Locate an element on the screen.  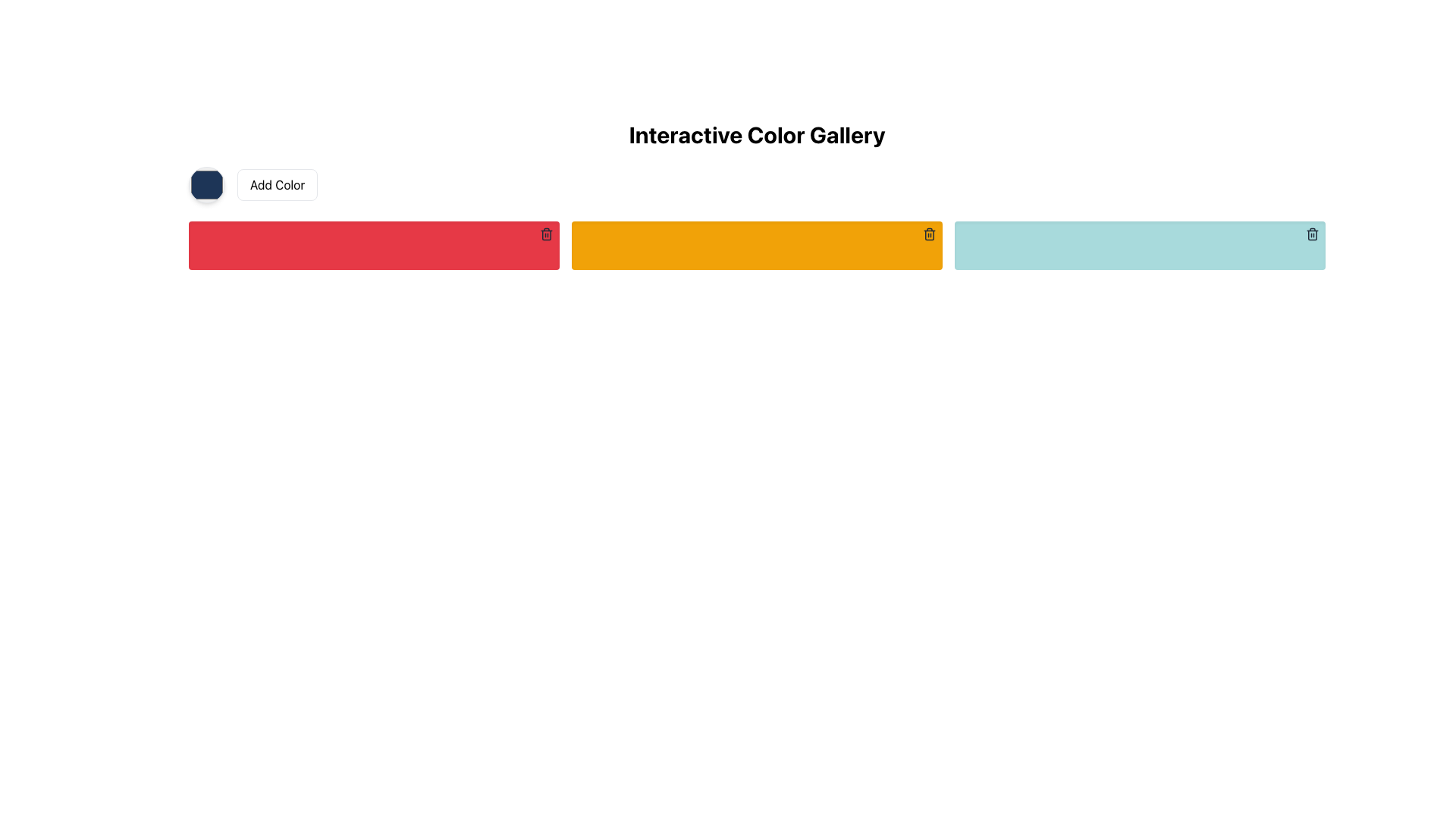
the delete button located at the top-right corner of the light blue color bar is located at coordinates (1312, 234).